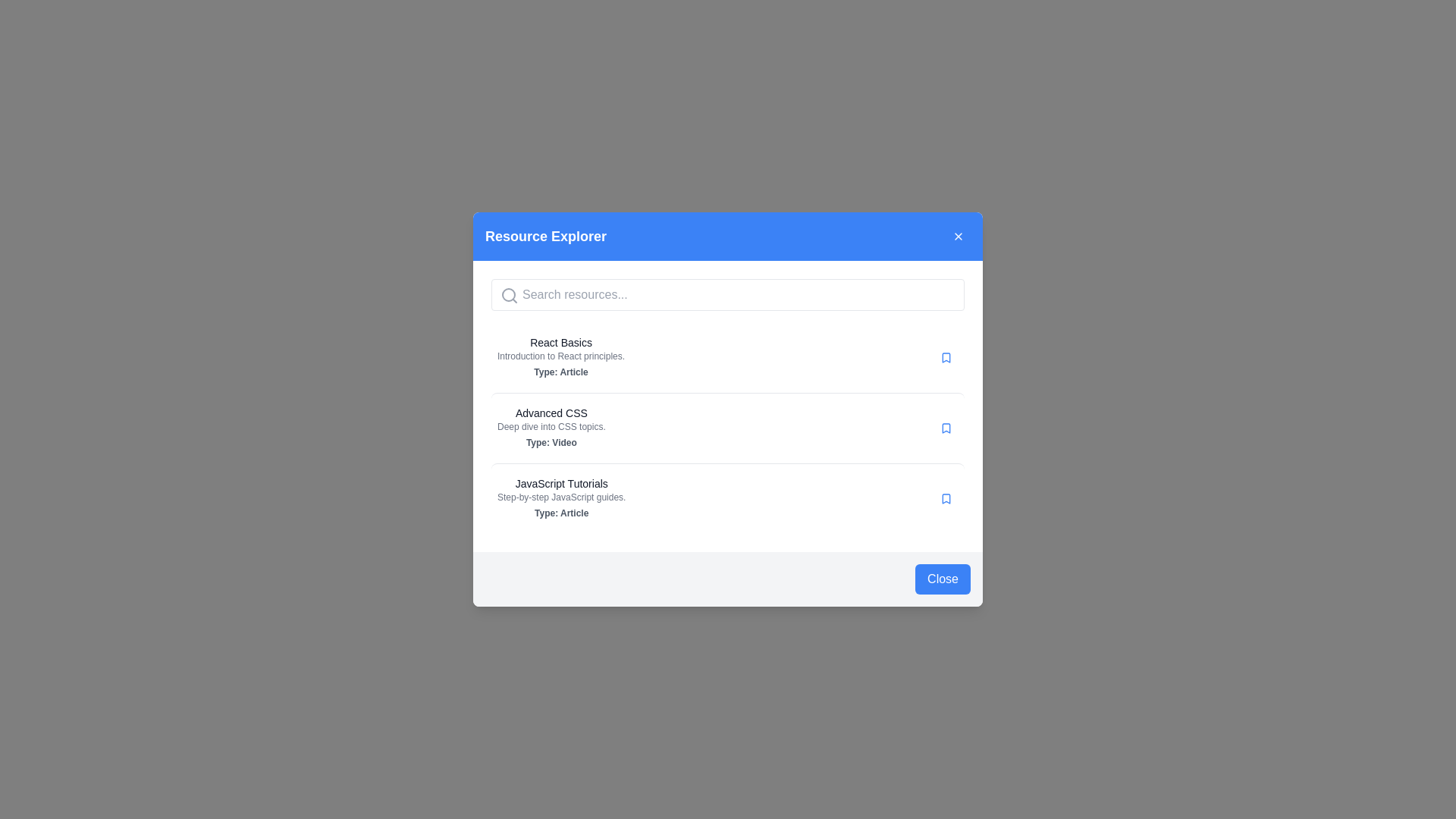 The width and height of the screenshot is (1456, 819). Describe the element at coordinates (551, 427) in the screenshot. I see `the descriptive text element located below the title 'Advanced CSS' in the 'Resource Explorer' dialog, providing additional information about the resource` at that location.